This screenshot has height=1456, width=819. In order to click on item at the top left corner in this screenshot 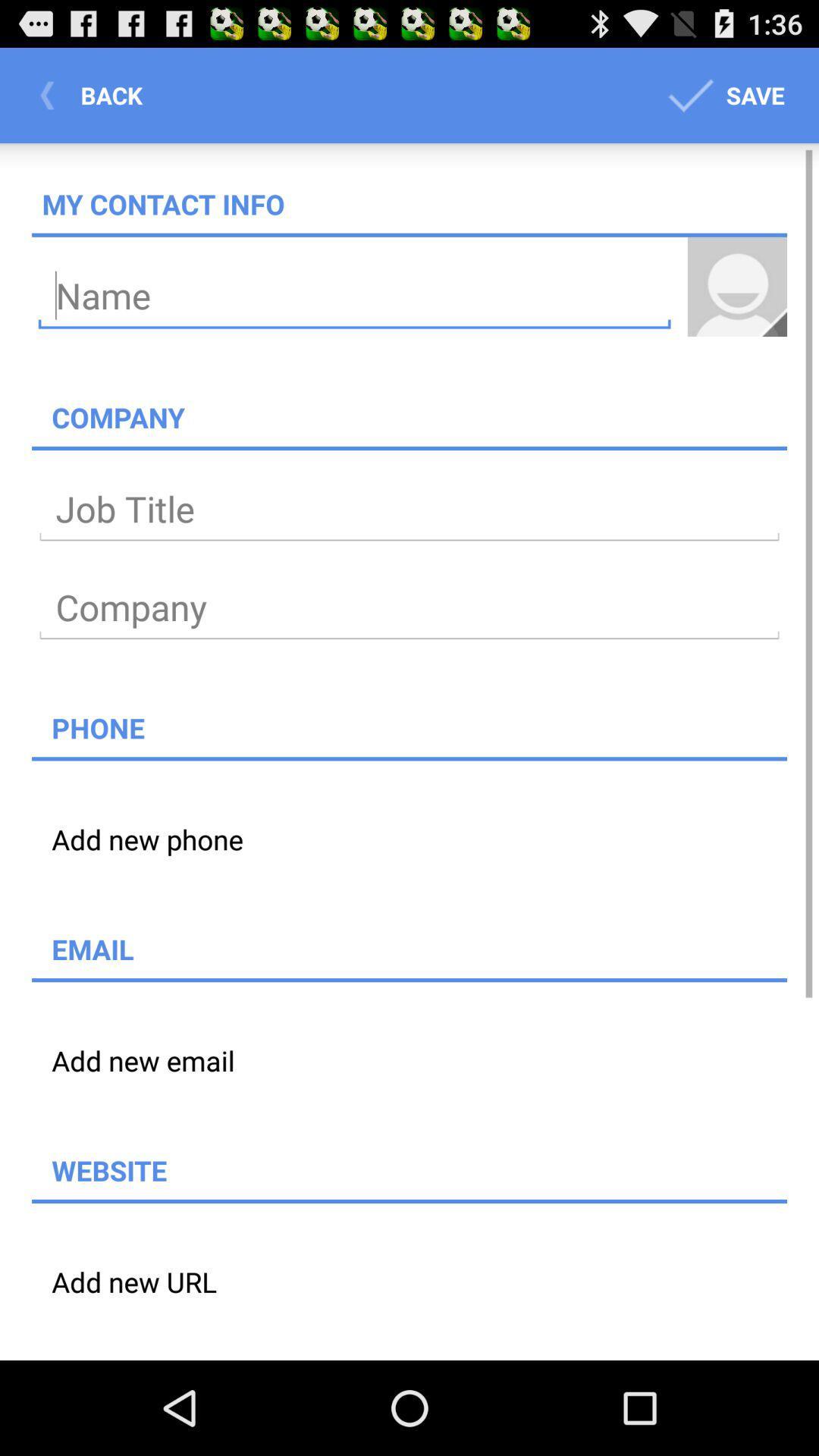, I will do `click(96, 94)`.